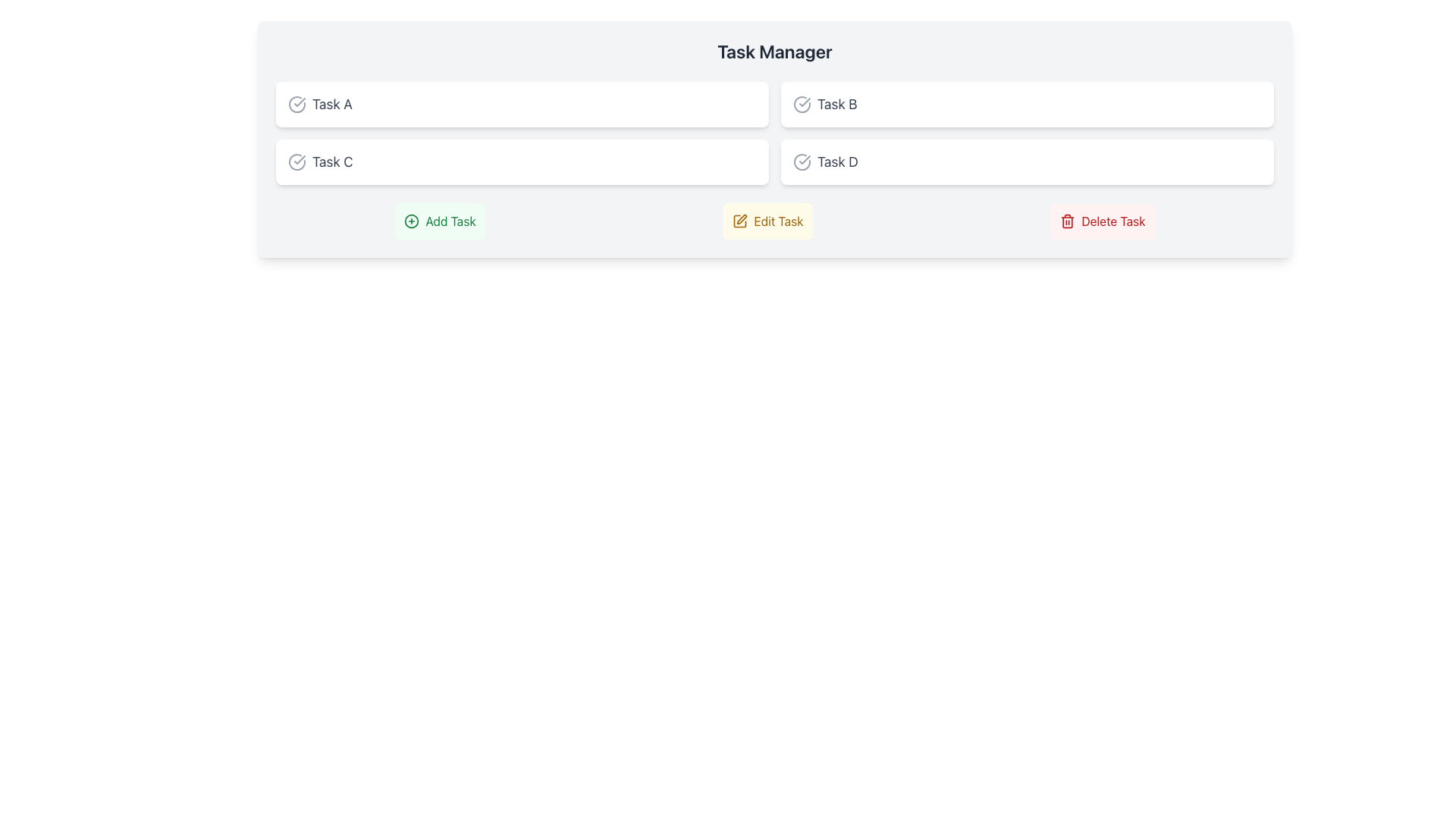  What do you see at coordinates (1113, 221) in the screenshot?
I see `the red 'Delete Task' text label within the button interface` at bounding box center [1113, 221].